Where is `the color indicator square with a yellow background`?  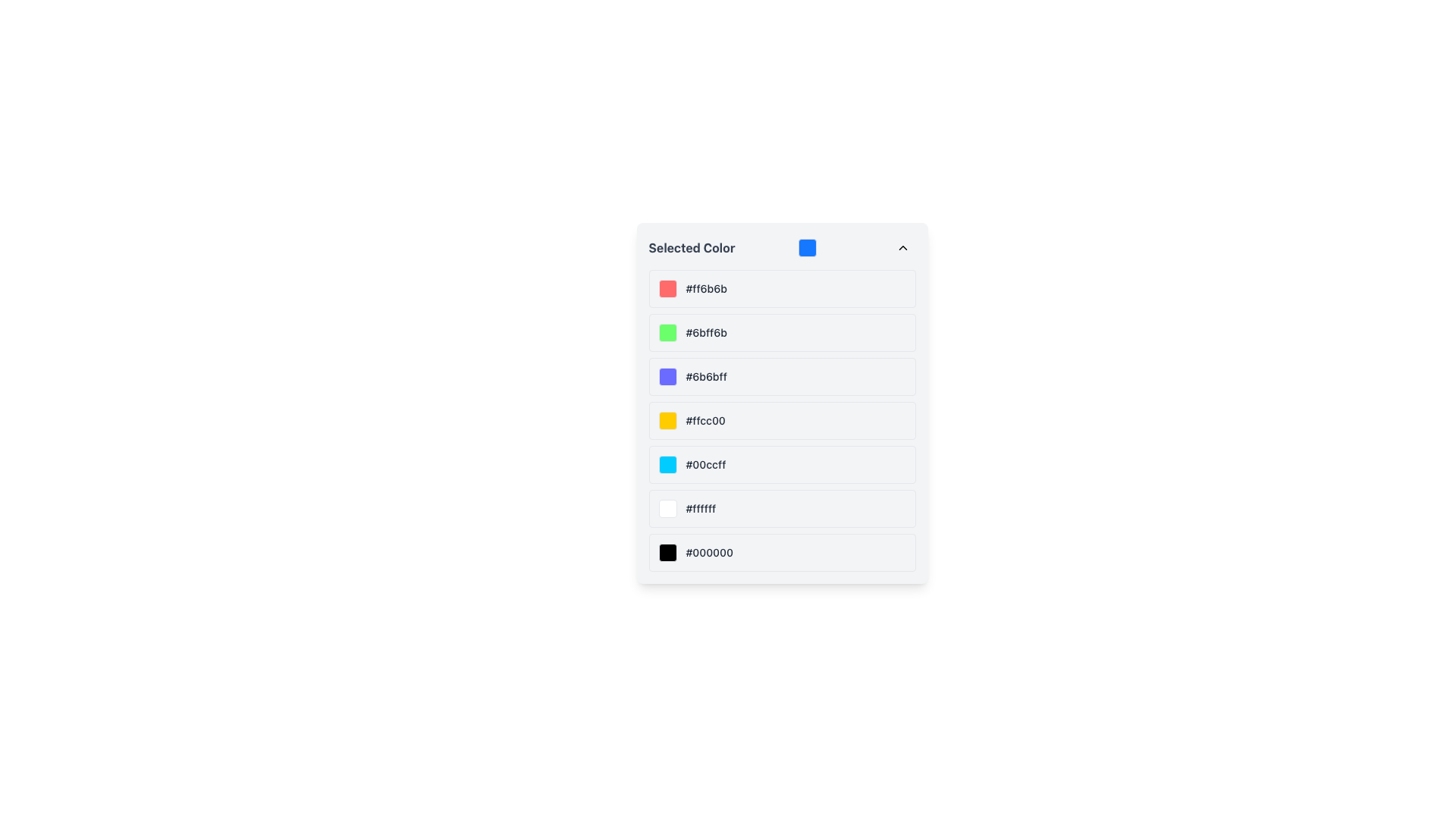
the color indicator square with a yellow background is located at coordinates (667, 421).